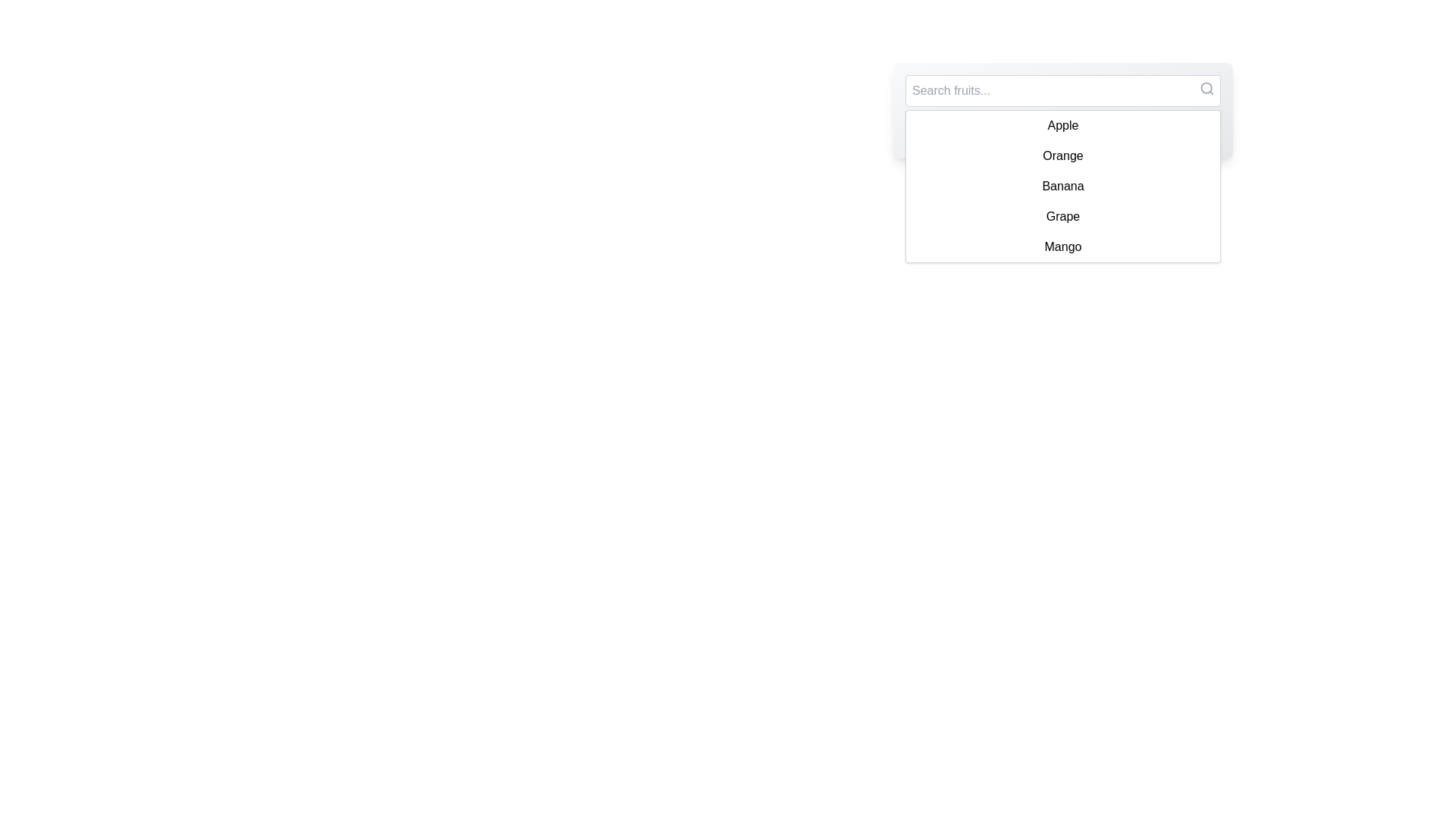 This screenshot has height=819, width=1456. What do you see at coordinates (1062, 131) in the screenshot?
I see `text from the Text Label that serves as a header for the section displaying selected items, positioned near the top of the pane` at bounding box center [1062, 131].